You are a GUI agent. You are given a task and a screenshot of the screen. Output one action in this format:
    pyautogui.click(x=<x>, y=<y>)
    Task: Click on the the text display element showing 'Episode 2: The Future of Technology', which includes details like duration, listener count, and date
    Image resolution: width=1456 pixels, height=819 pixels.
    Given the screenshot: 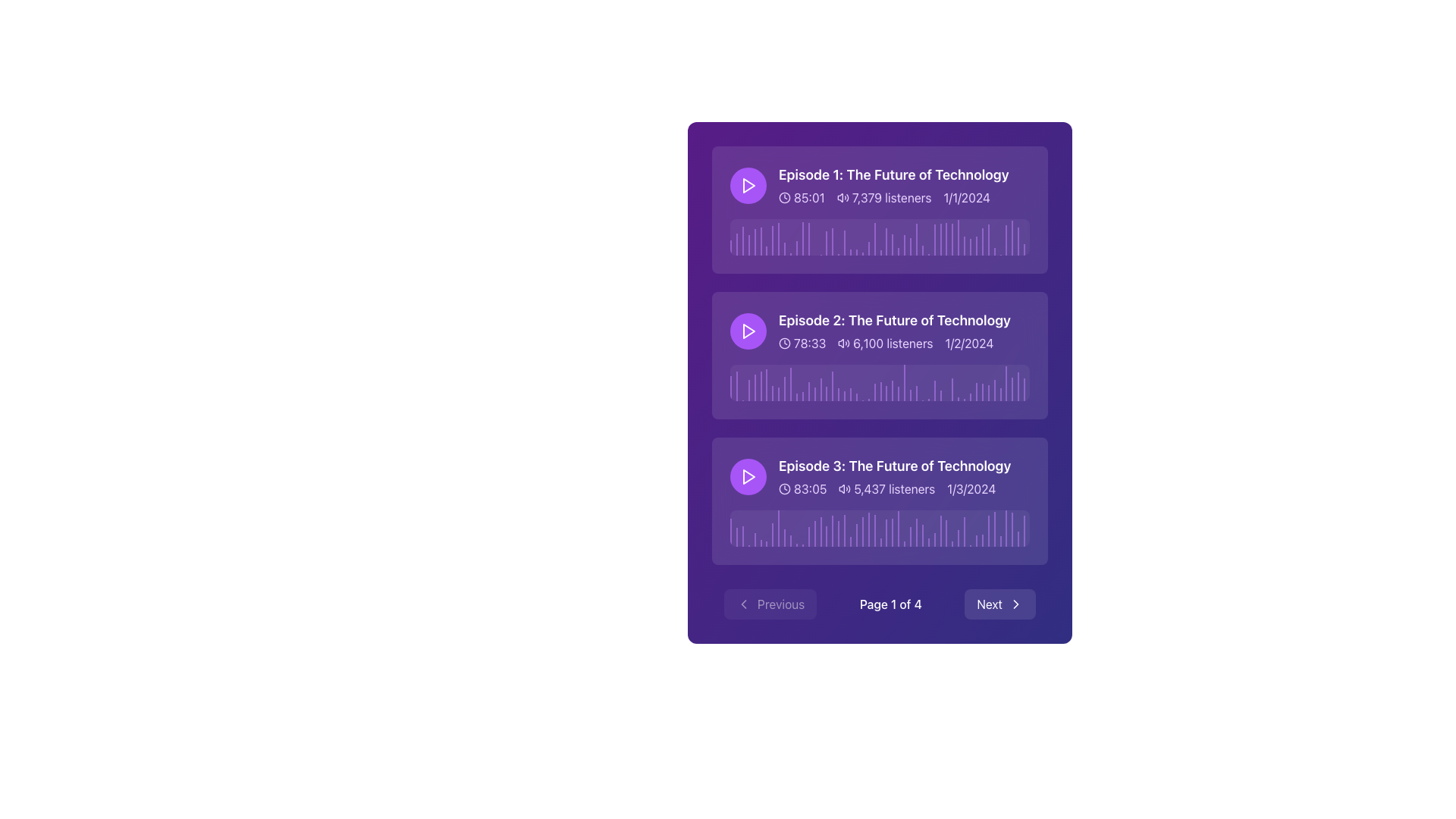 What is the action you would take?
    pyautogui.click(x=895, y=330)
    